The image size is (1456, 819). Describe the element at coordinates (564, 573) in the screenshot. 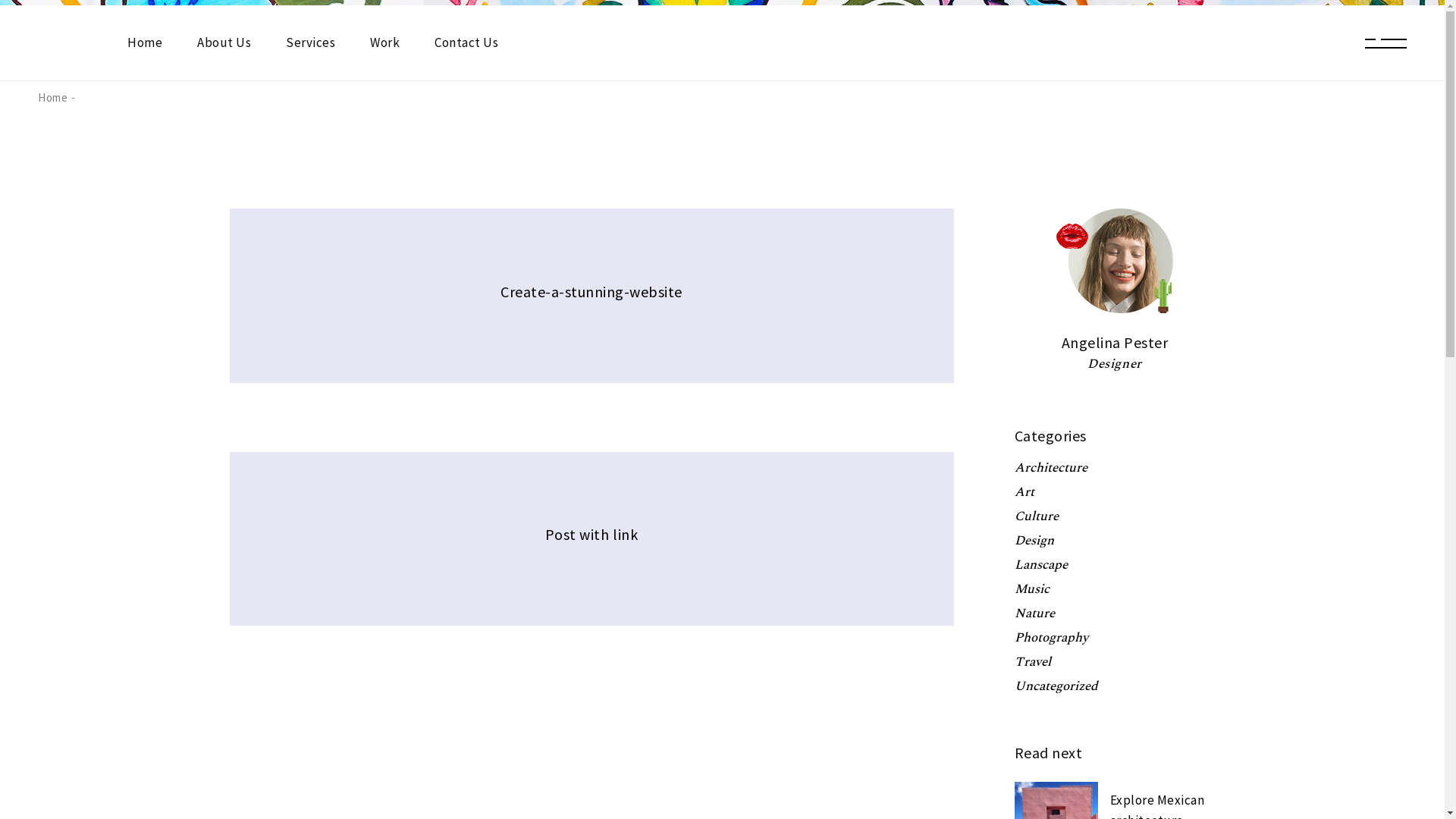

I see `'Contact Us'` at that location.